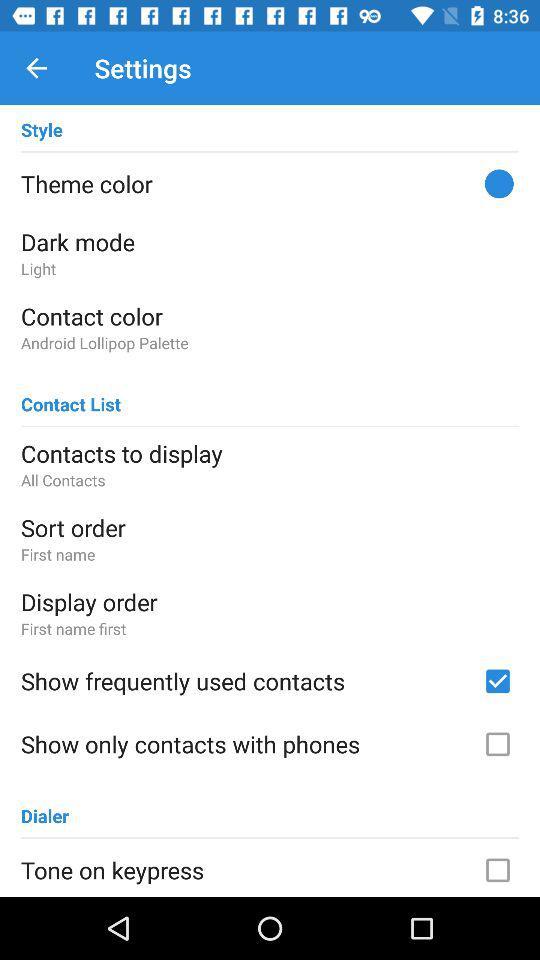  Describe the element at coordinates (44, 807) in the screenshot. I see `icon above tone on keypress icon` at that location.